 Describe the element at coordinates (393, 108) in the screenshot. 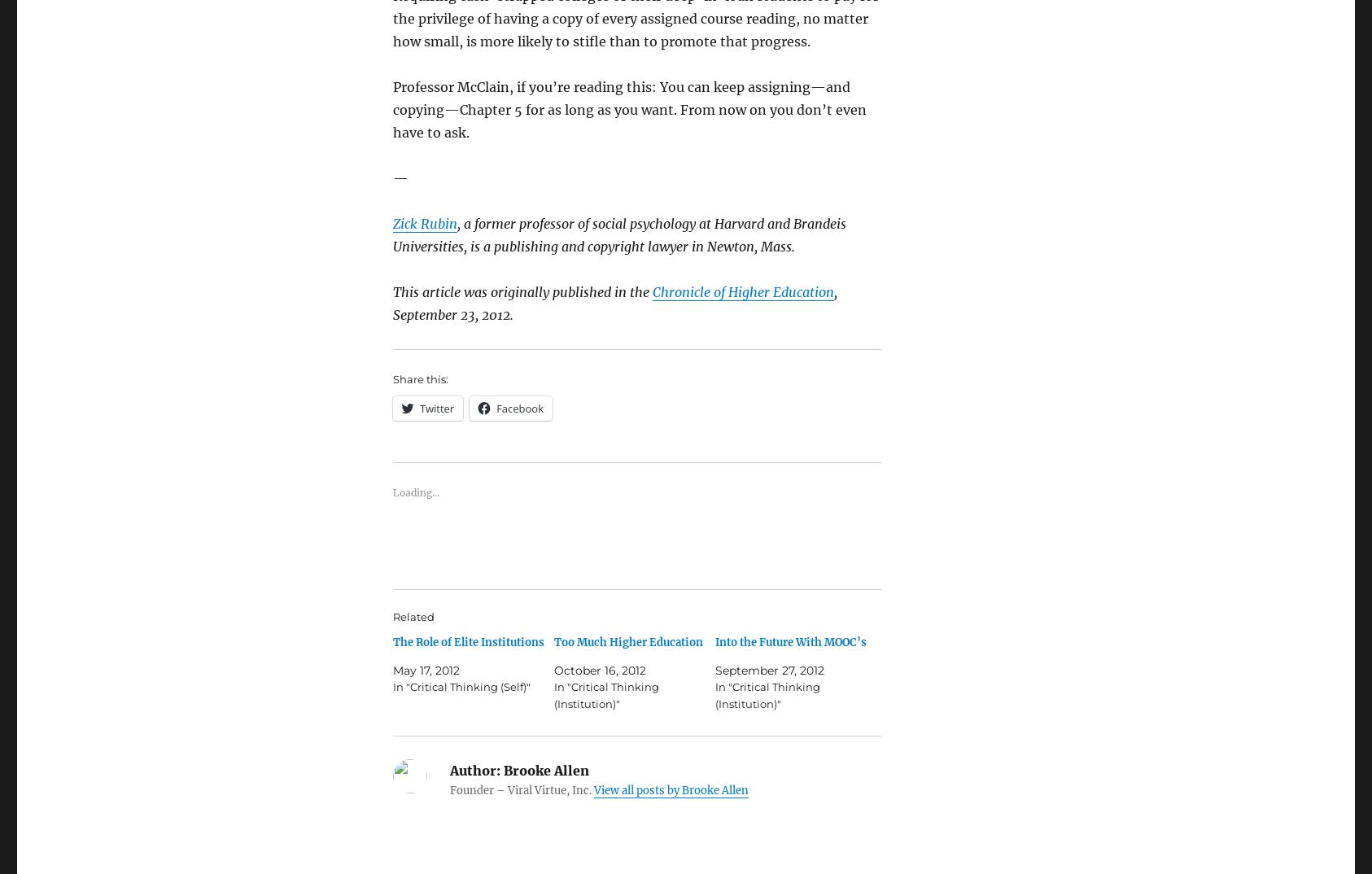

I see `'Professor McClain, if you’re reading this: You can keep assigning—and copying—Chapter 5 for as long as you want. From now on you don’t even have to ask.'` at that location.